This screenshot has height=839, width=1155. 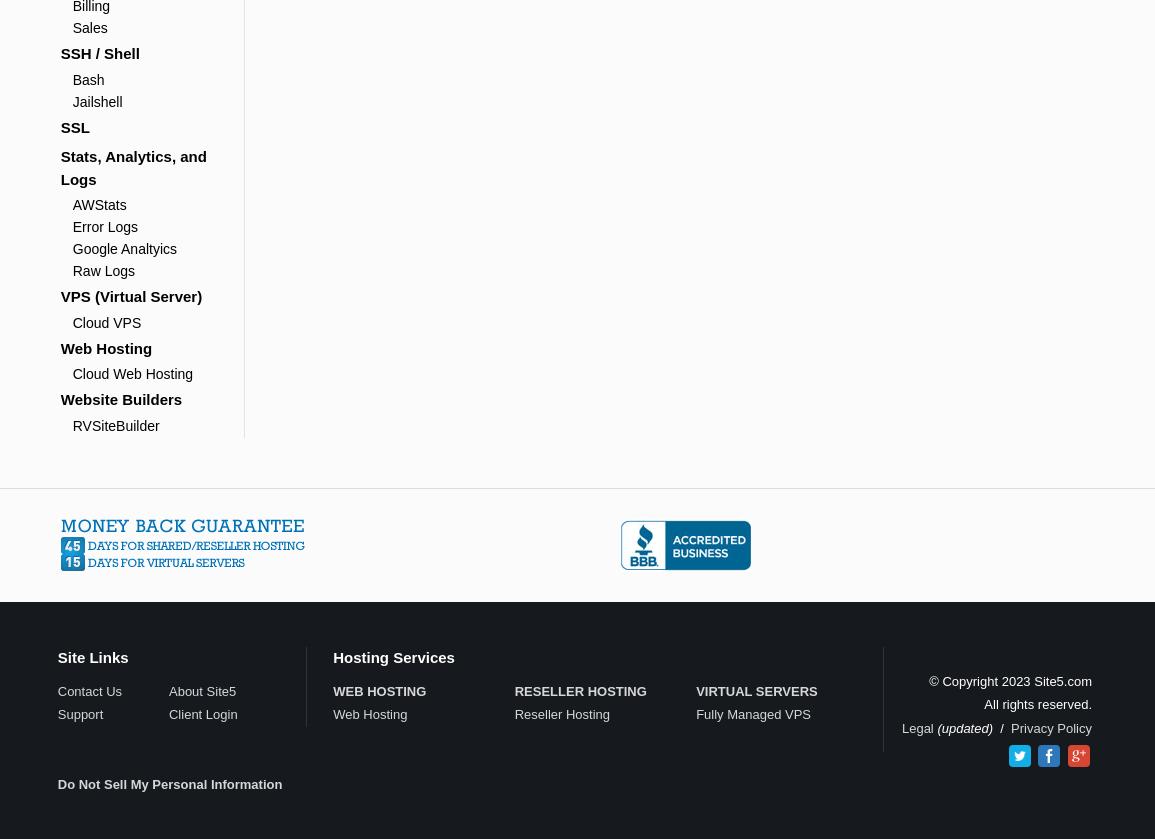 What do you see at coordinates (512, 713) in the screenshot?
I see `'Reseller Hosting'` at bounding box center [512, 713].